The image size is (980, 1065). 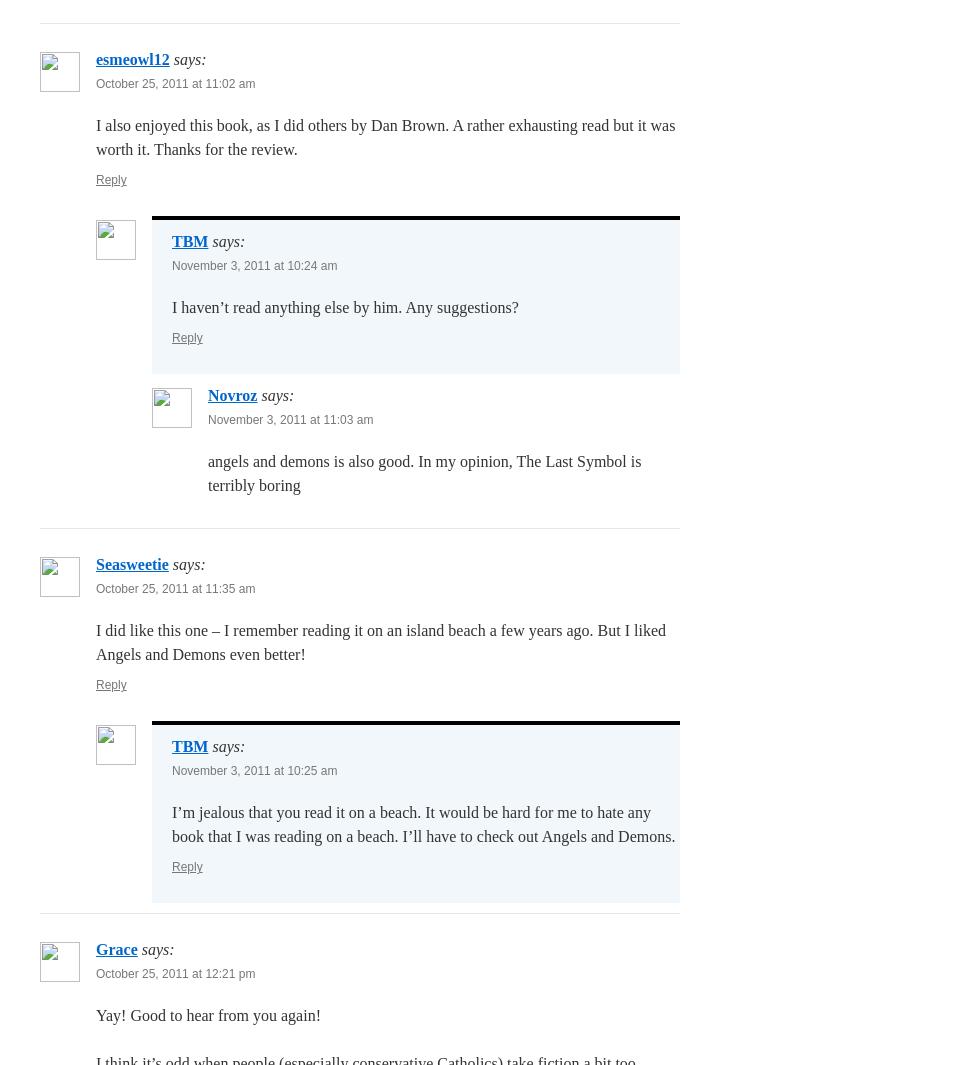 I want to click on 'October 25, 2011 at 11:35 am', so click(x=175, y=589).